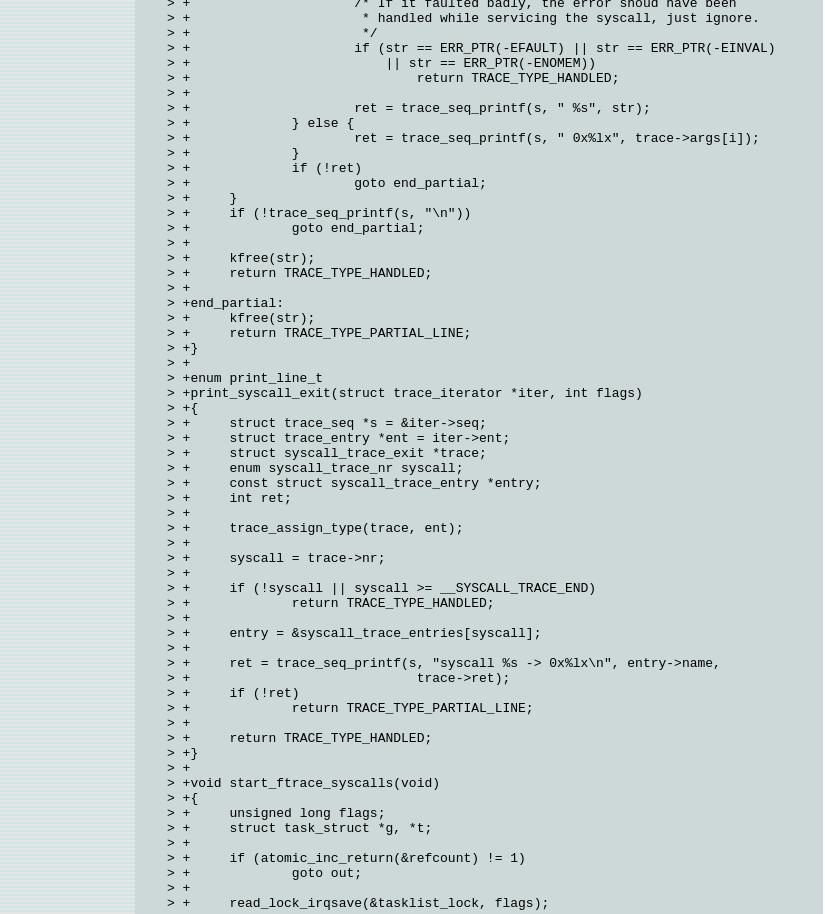 This screenshot has height=914, width=825. Describe the element at coordinates (469, 47) in the screenshot. I see `'> +			if (str == ERR_PTR(-EFAULT) || str == ERR_PTR(-EINVAL)'` at that location.